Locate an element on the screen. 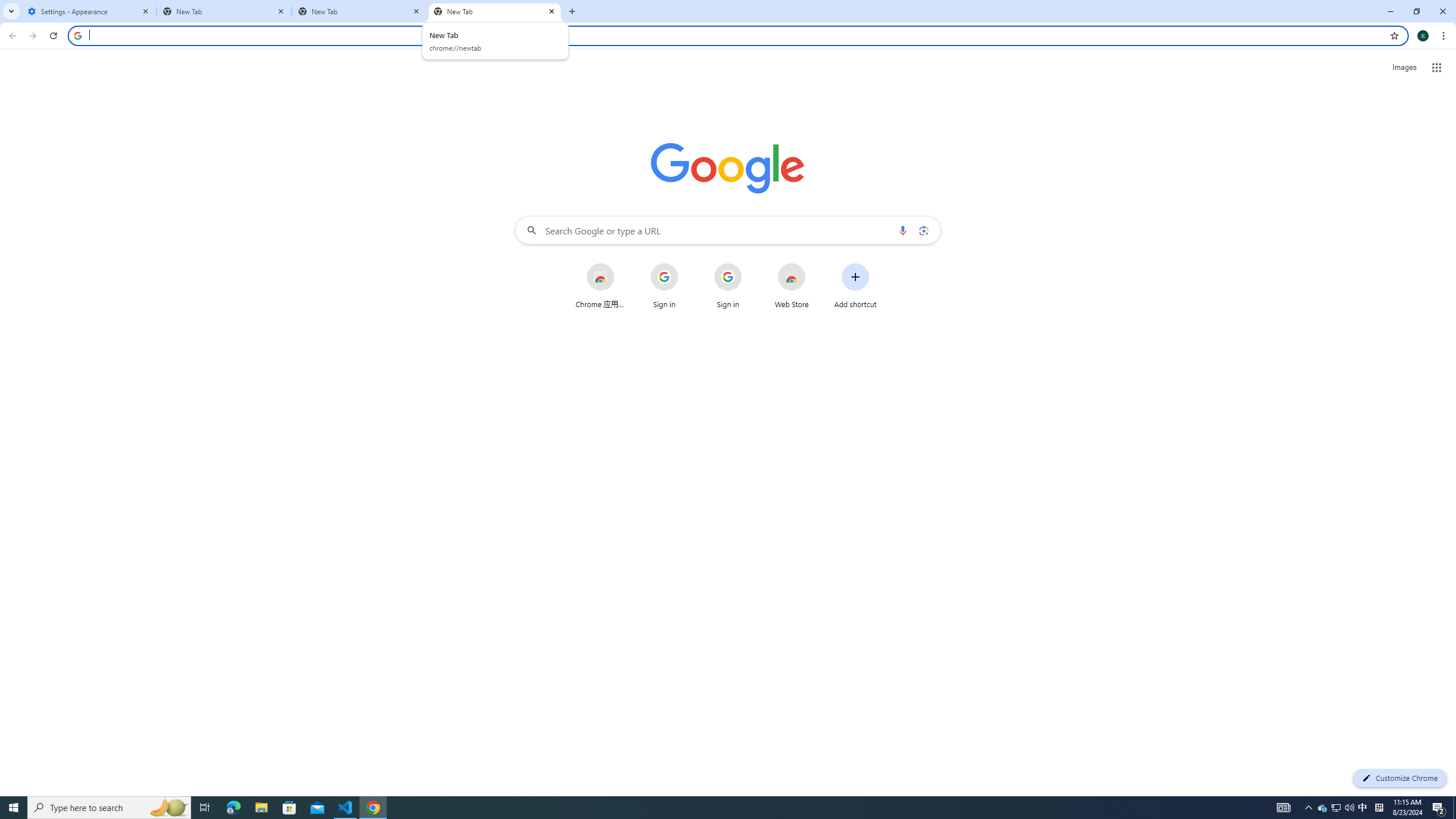 This screenshot has height=819, width=1456. 'More actions for Sign in shortcut' is located at coordinates (750, 264).